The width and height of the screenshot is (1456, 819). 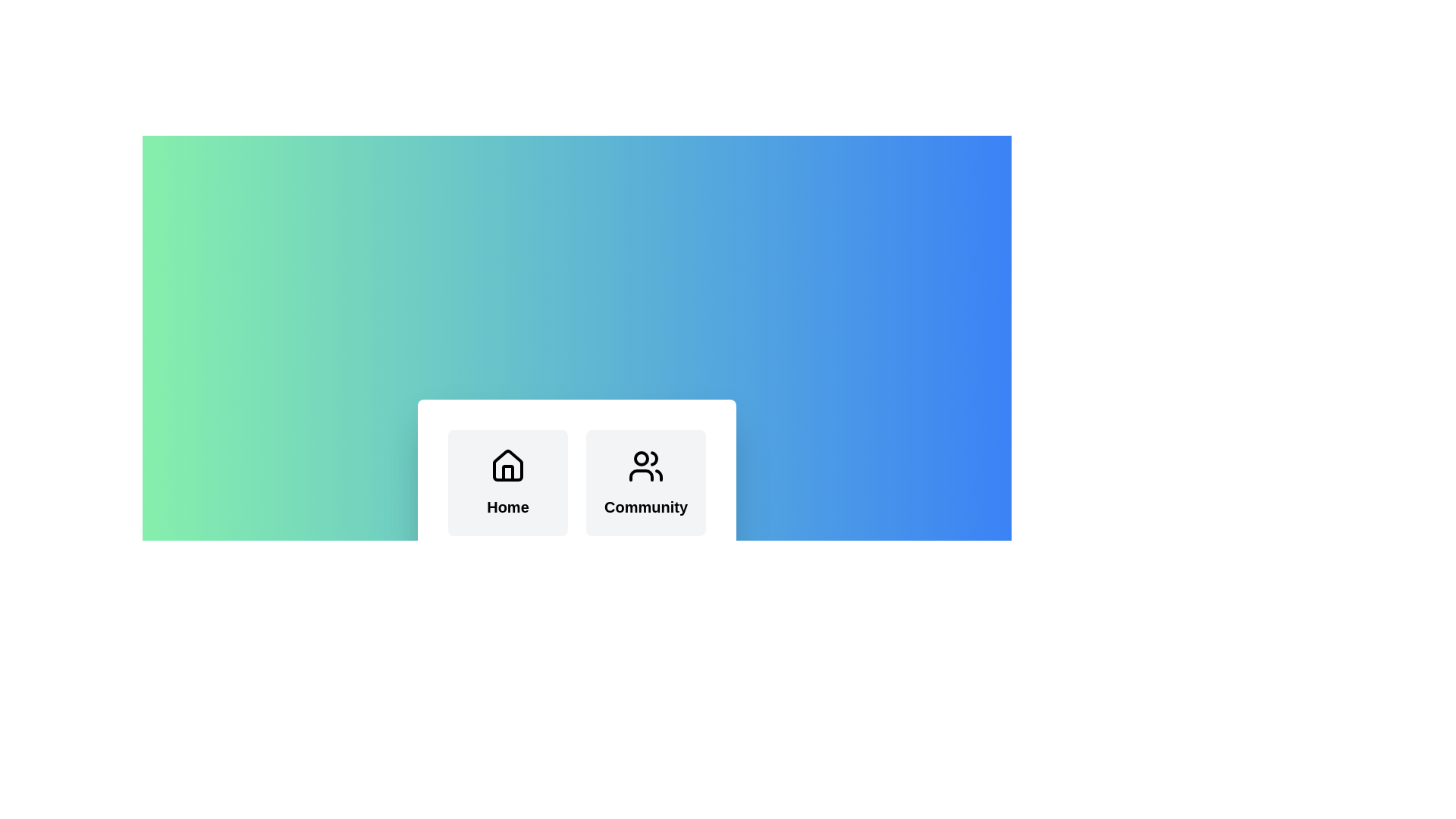 I want to click on rightmost curve of the second user's head in the user group icon SVG element within the 'Community' button, so click(x=654, y=458).